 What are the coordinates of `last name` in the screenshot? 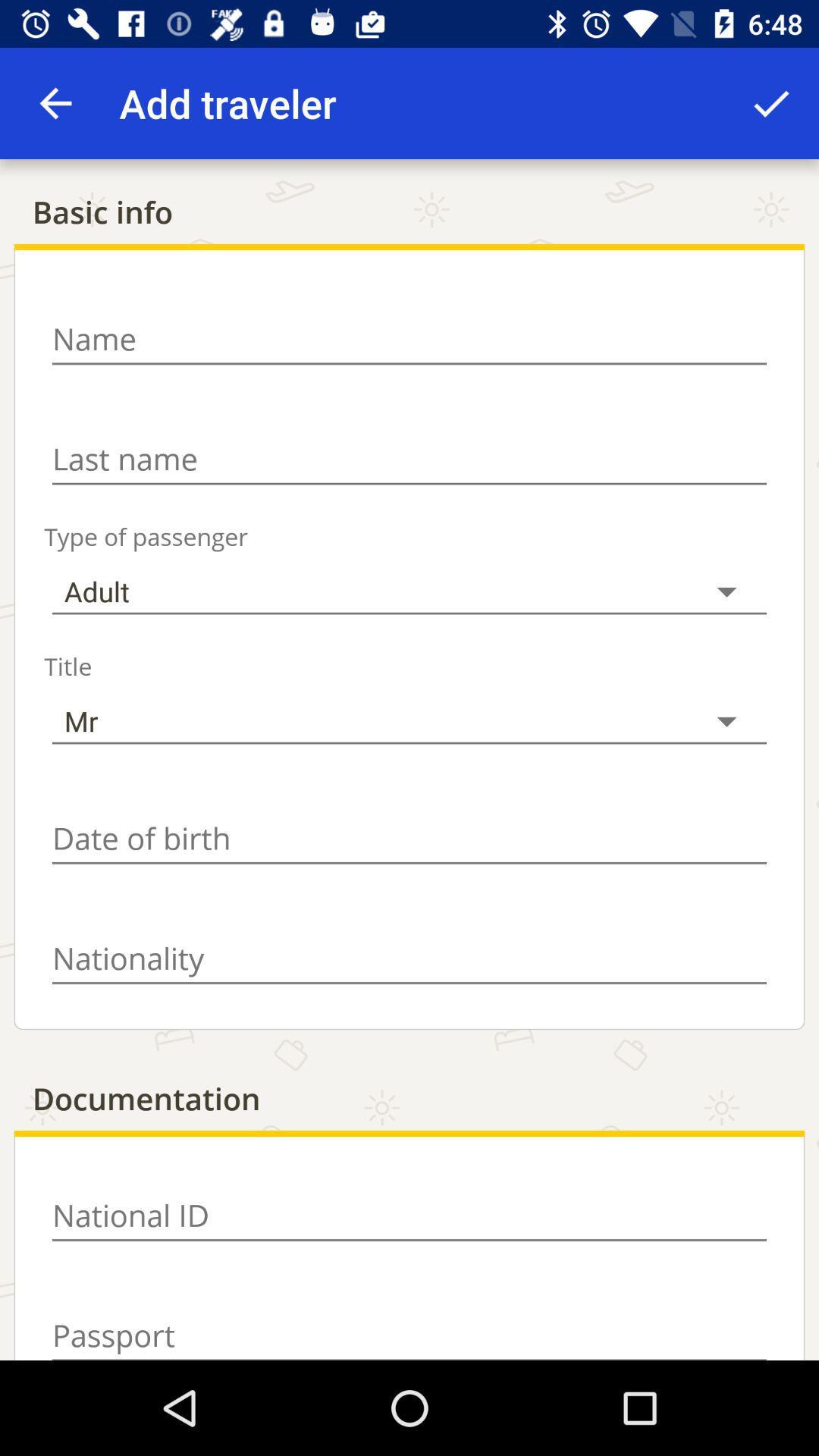 It's located at (409, 458).